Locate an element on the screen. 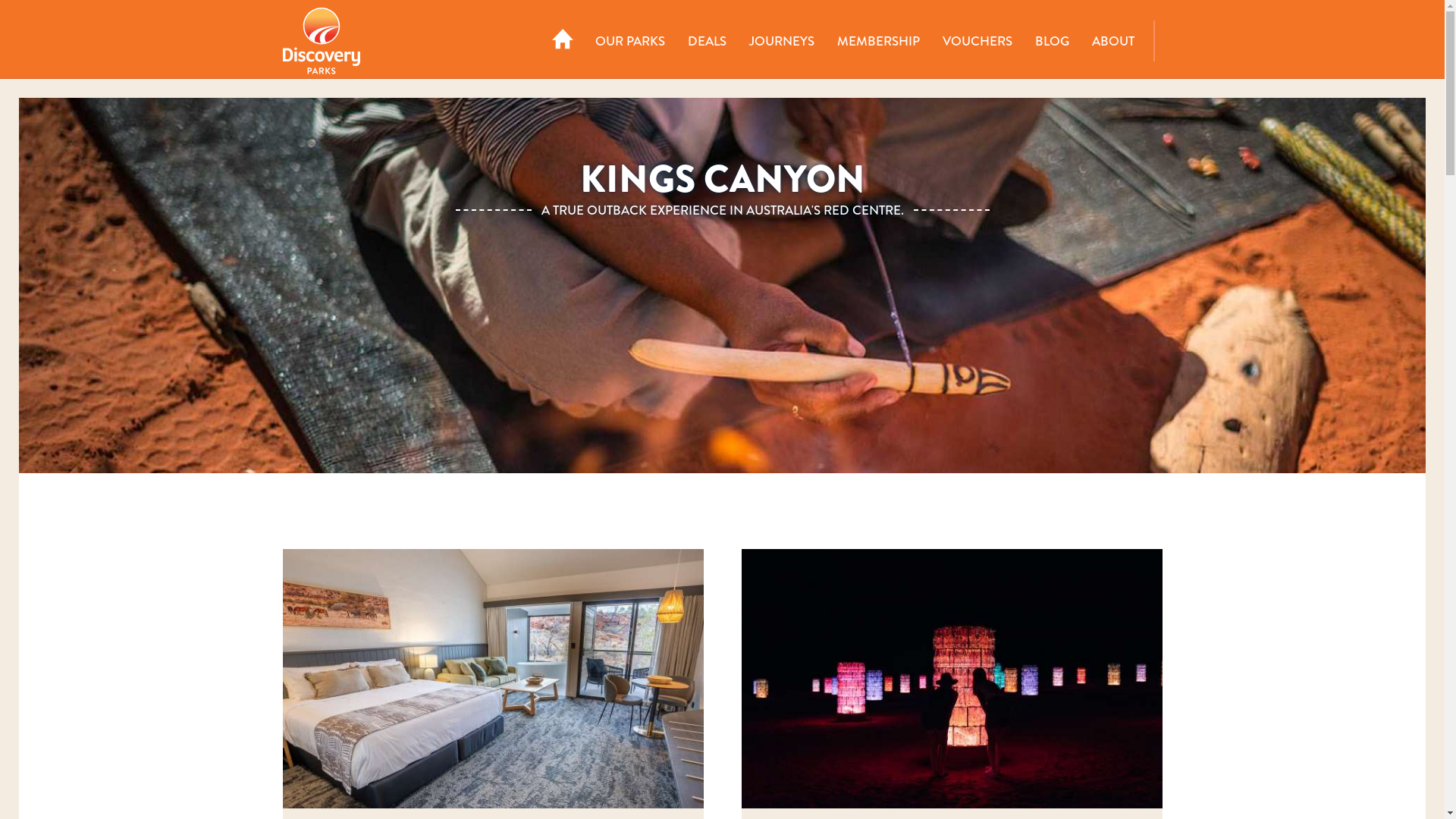 This screenshot has width=1456, height=819. 'BLOG' is located at coordinates (1051, 40).